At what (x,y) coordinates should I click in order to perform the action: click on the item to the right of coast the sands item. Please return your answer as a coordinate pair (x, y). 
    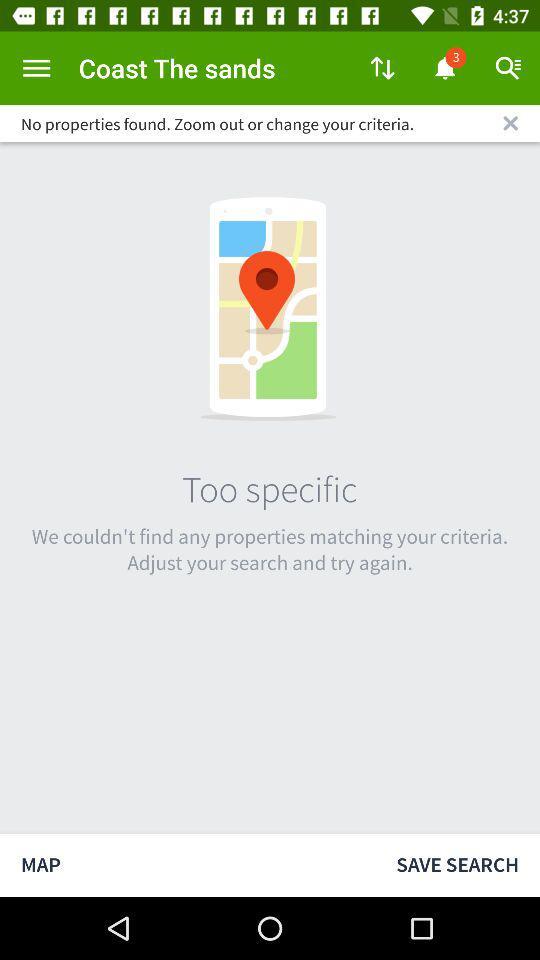
    Looking at the image, I should click on (382, 68).